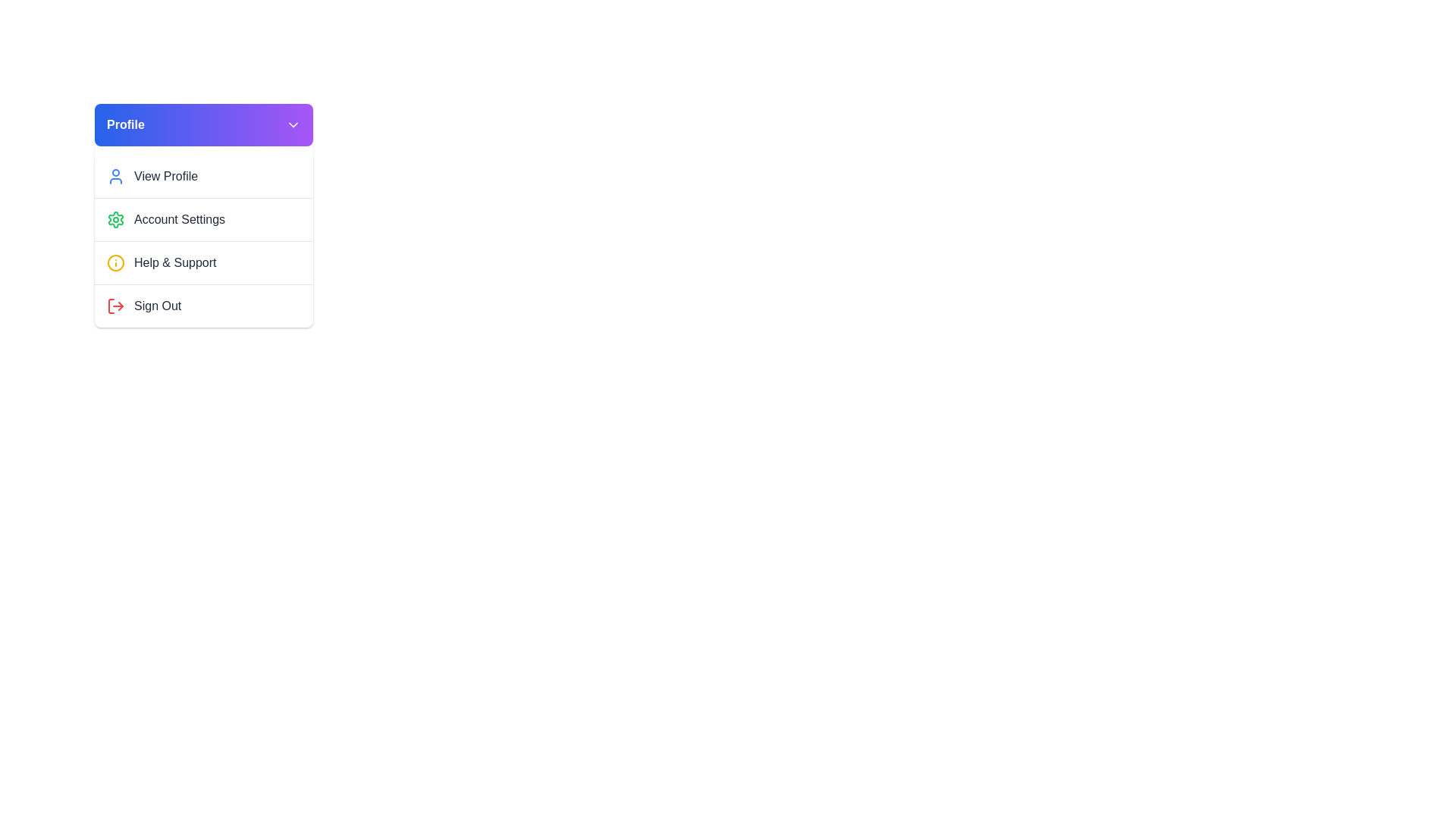 The height and width of the screenshot is (819, 1456). What do you see at coordinates (202, 262) in the screenshot?
I see `the 'Help & Support' button in the dropdown menu which features a yellow information icon on the left and is styled with a hover effect that changes the background to light gray` at bounding box center [202, 262].